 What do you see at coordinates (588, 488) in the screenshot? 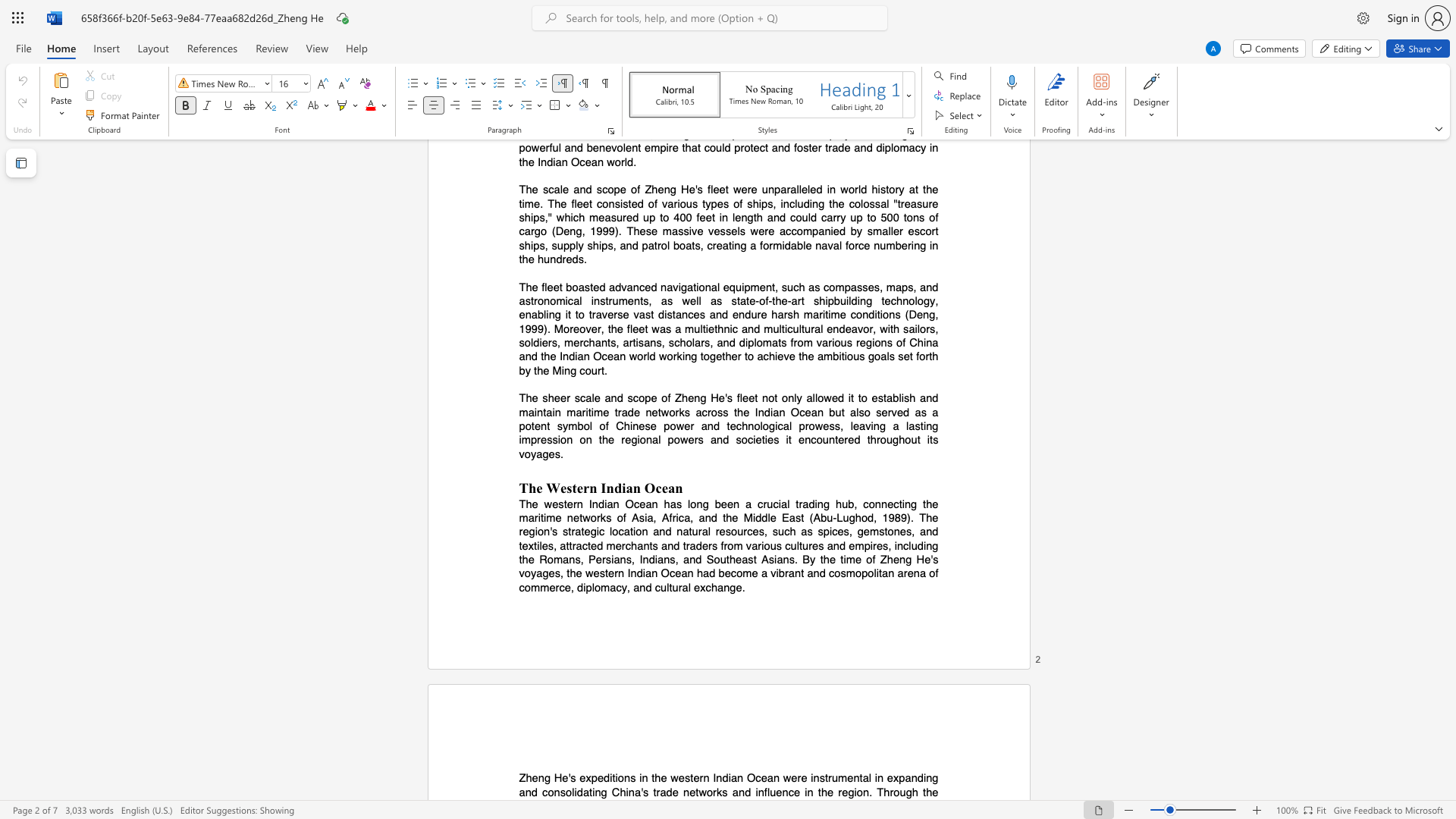
I see `the subset text "n Indi" within the text "The Western Indian Ocean"` at bounding box center [588, 488].